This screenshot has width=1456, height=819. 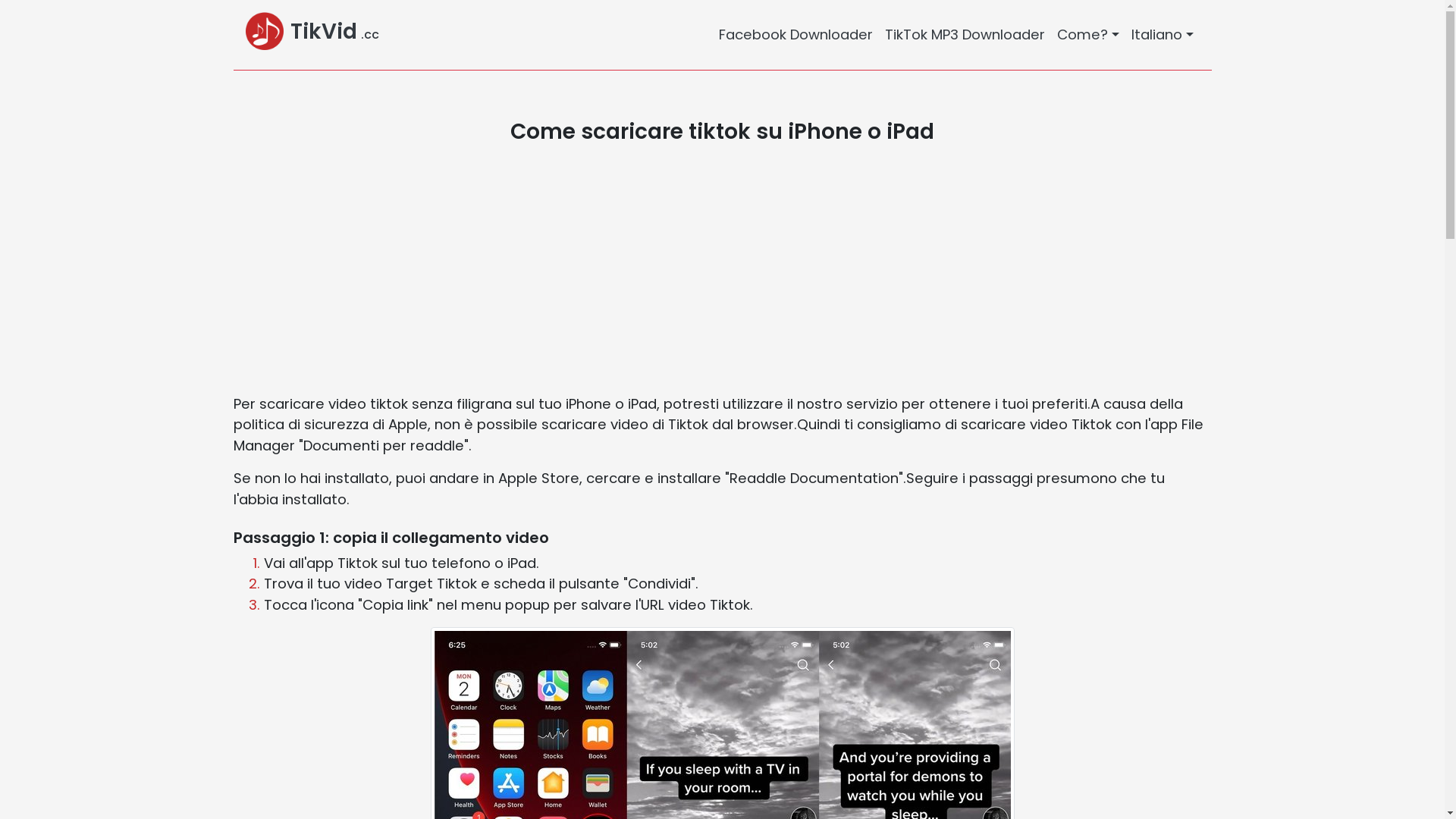 What do you see at coordinates (1161, 34) in the screenshot?
I see `'Italiano'` at bounding box center [1161, 34].